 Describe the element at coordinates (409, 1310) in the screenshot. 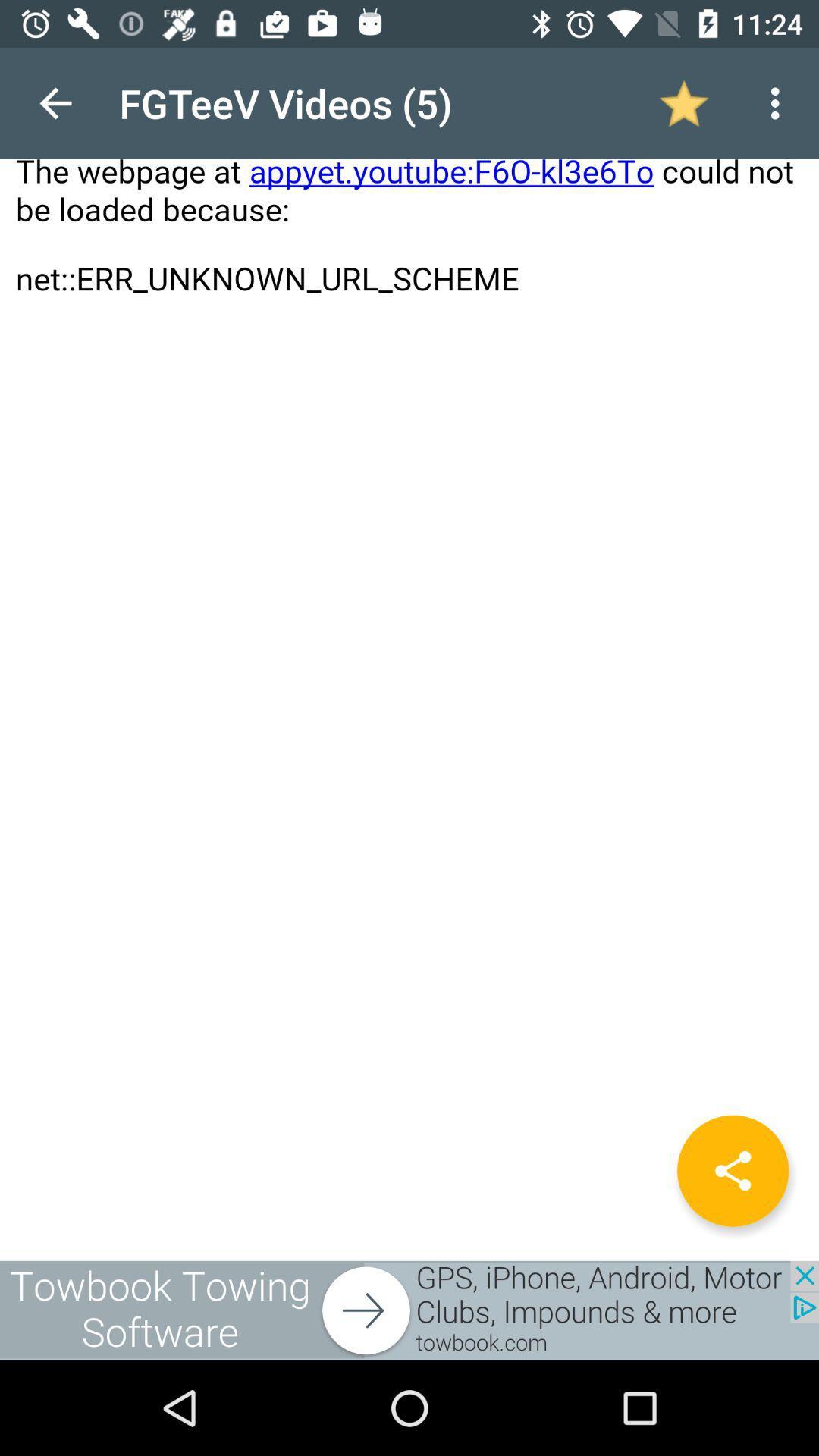

I see `open advertisement page` at that location.